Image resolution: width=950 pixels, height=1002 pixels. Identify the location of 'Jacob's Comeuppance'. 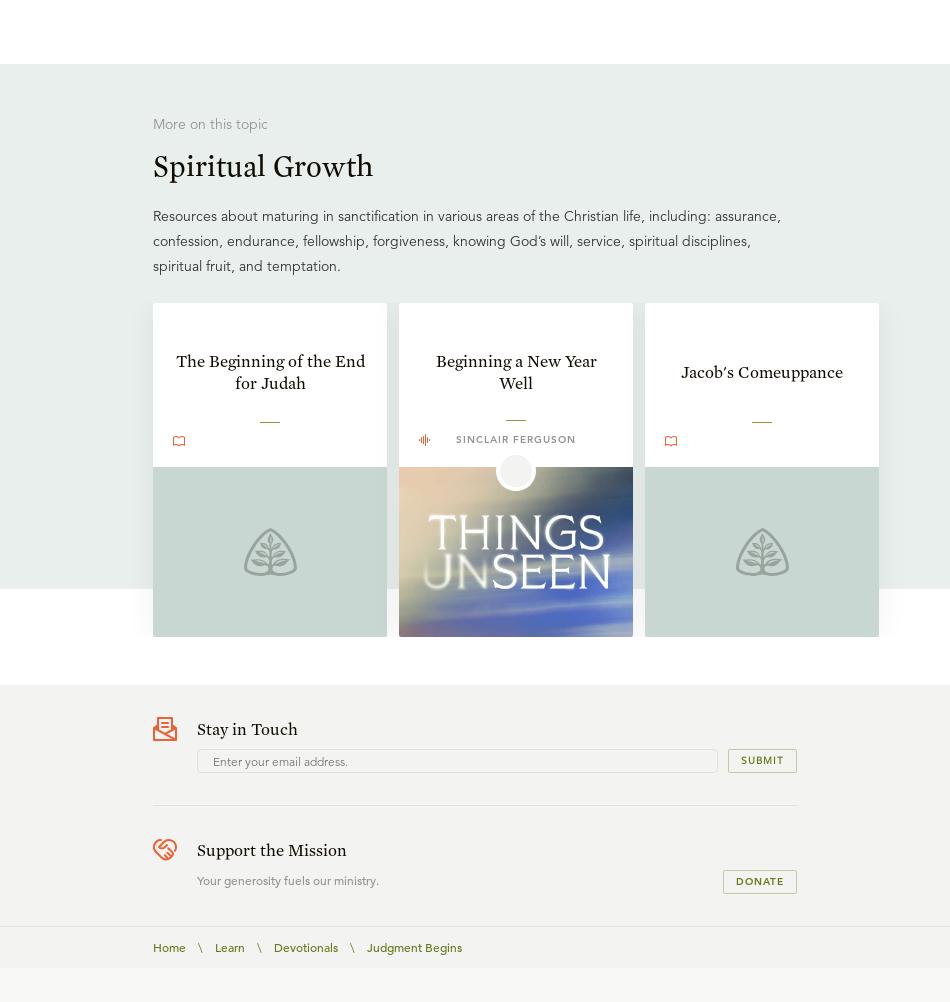
(760, 372).